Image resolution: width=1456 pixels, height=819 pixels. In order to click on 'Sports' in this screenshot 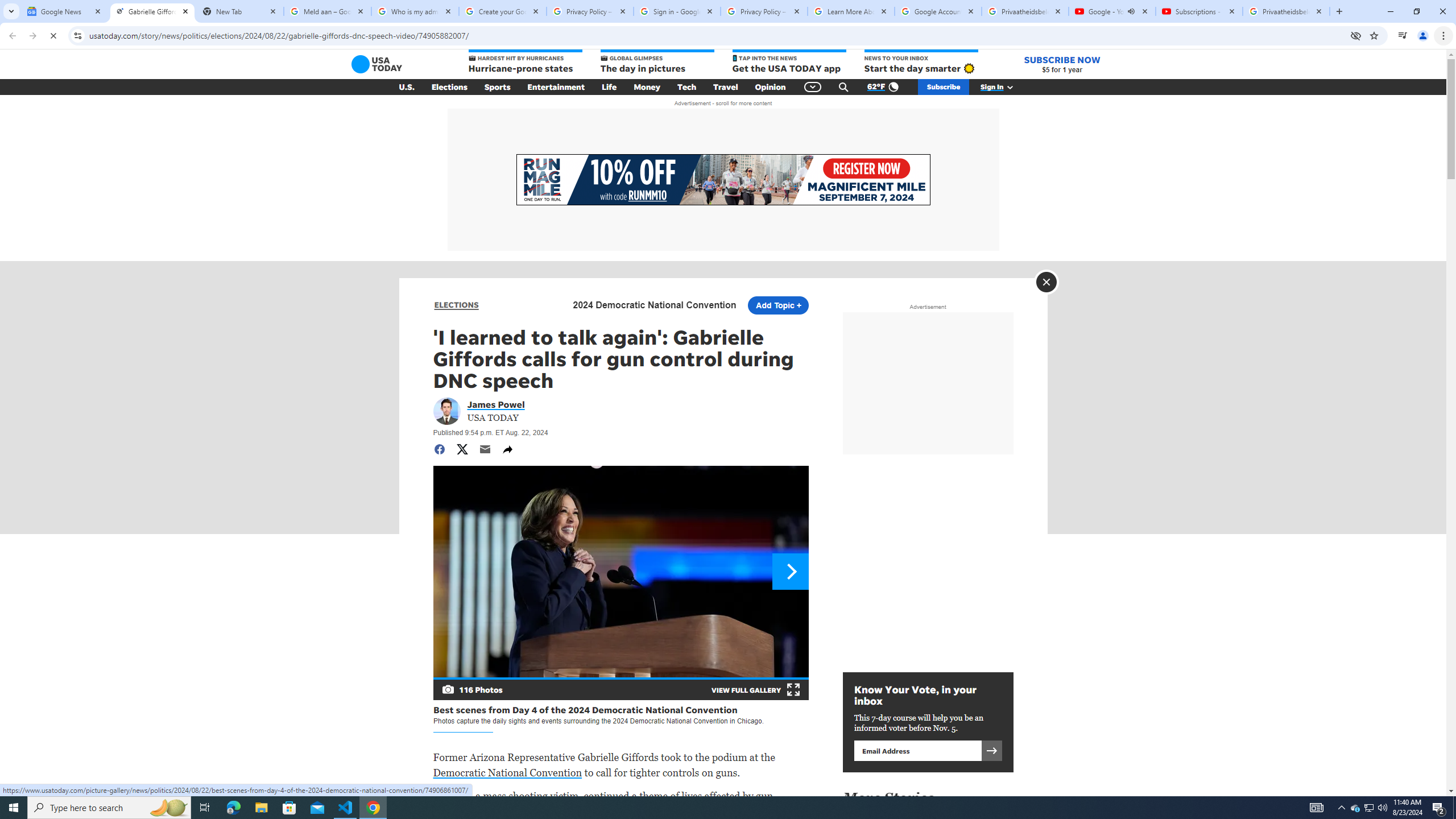, I will do `click(498, 87)`.